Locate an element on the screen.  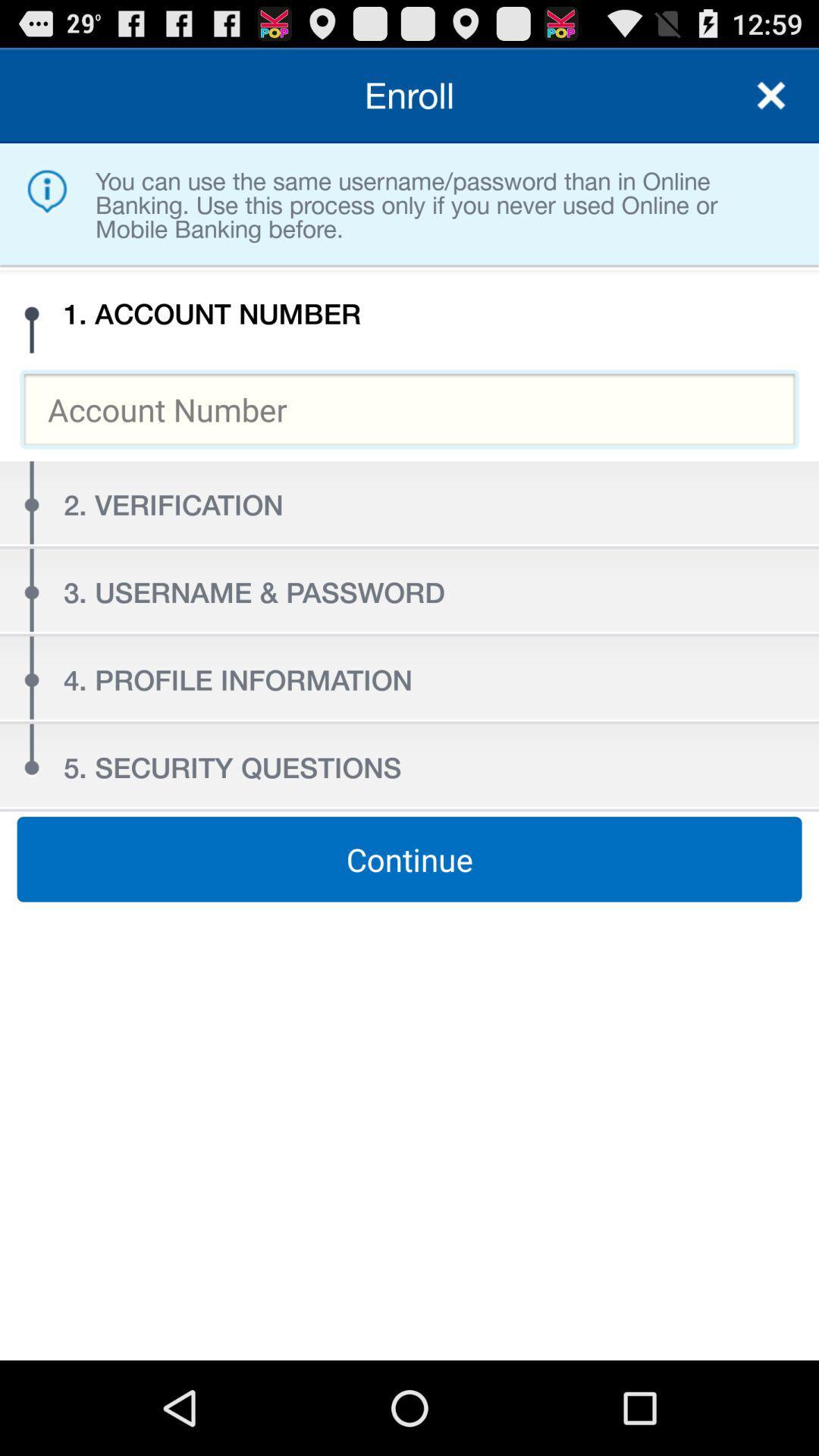
the icon above 2. verification is located at coordinates (409, 409).